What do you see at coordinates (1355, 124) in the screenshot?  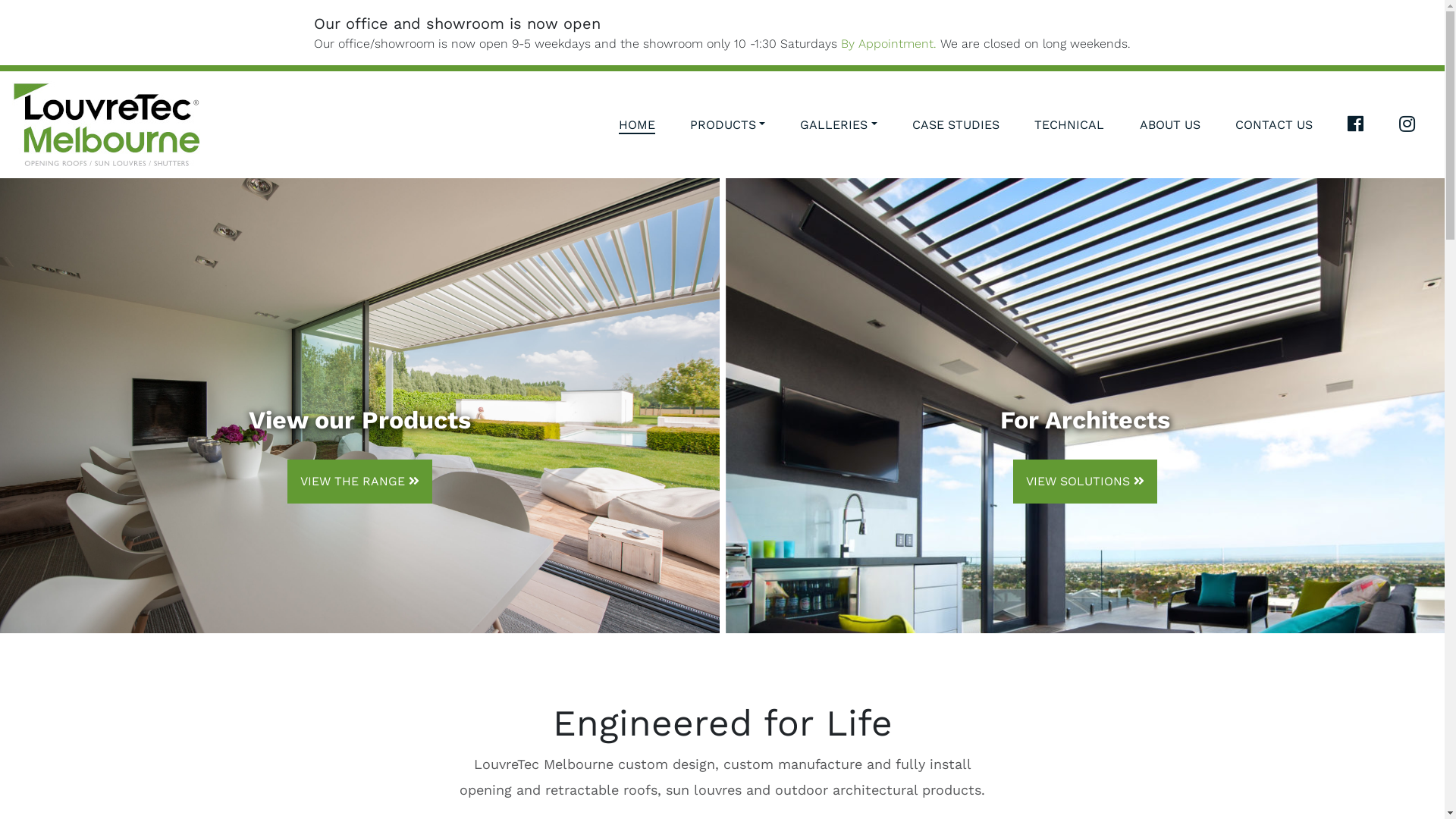 I see `'FACEBOOK LOUVRETEC MELBOURNE'` at bounding box center [1355, 124].